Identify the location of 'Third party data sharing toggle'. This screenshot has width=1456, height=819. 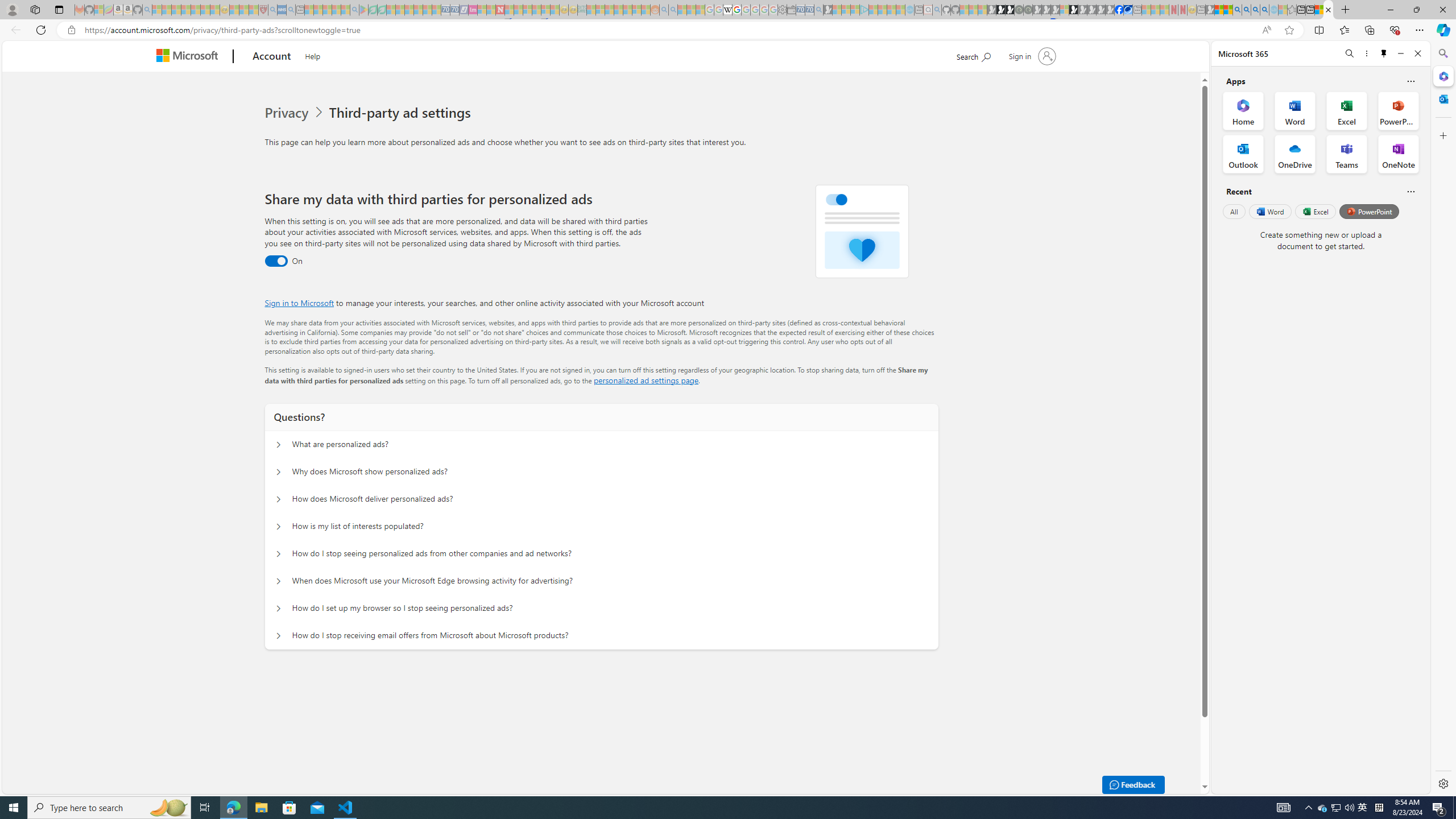
(276, 261).